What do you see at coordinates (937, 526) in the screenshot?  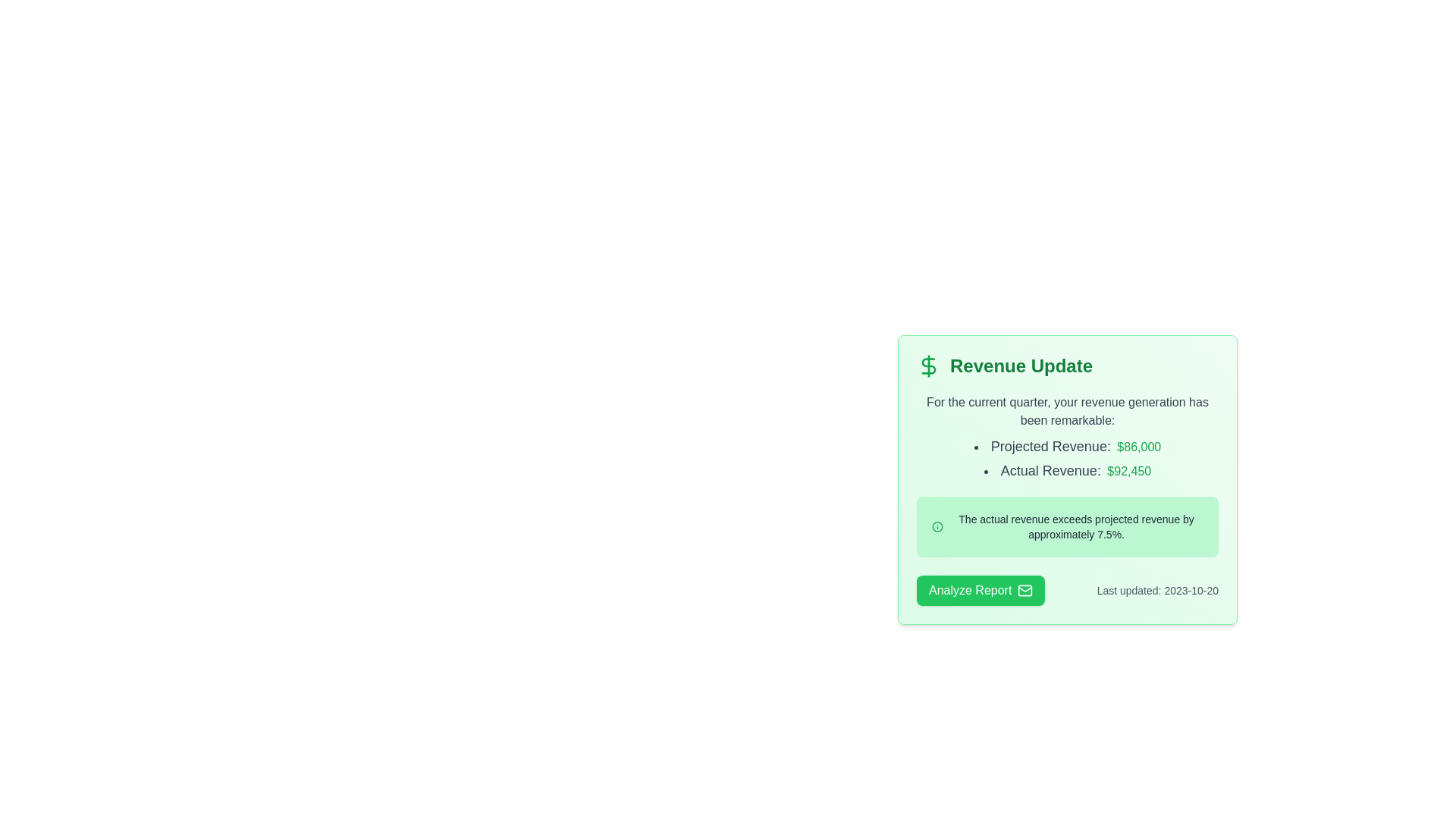 I see `the green circular icon with an 'i' glyph that represents information, located at the leftmost position in a horizontal layout containing descriptive text about revenue` at bounding box center [937, 526].